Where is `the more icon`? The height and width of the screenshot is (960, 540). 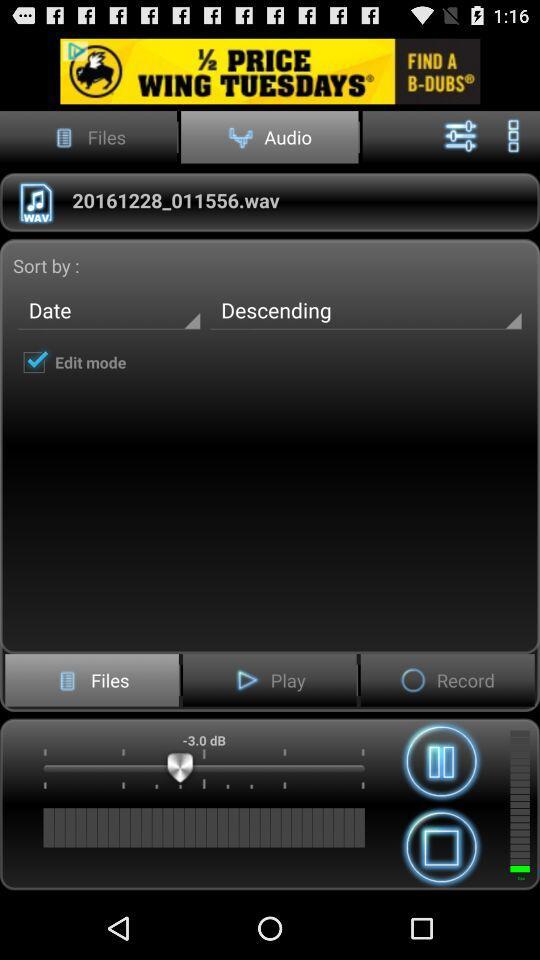
the more icon is located at coordinates (513, 144).